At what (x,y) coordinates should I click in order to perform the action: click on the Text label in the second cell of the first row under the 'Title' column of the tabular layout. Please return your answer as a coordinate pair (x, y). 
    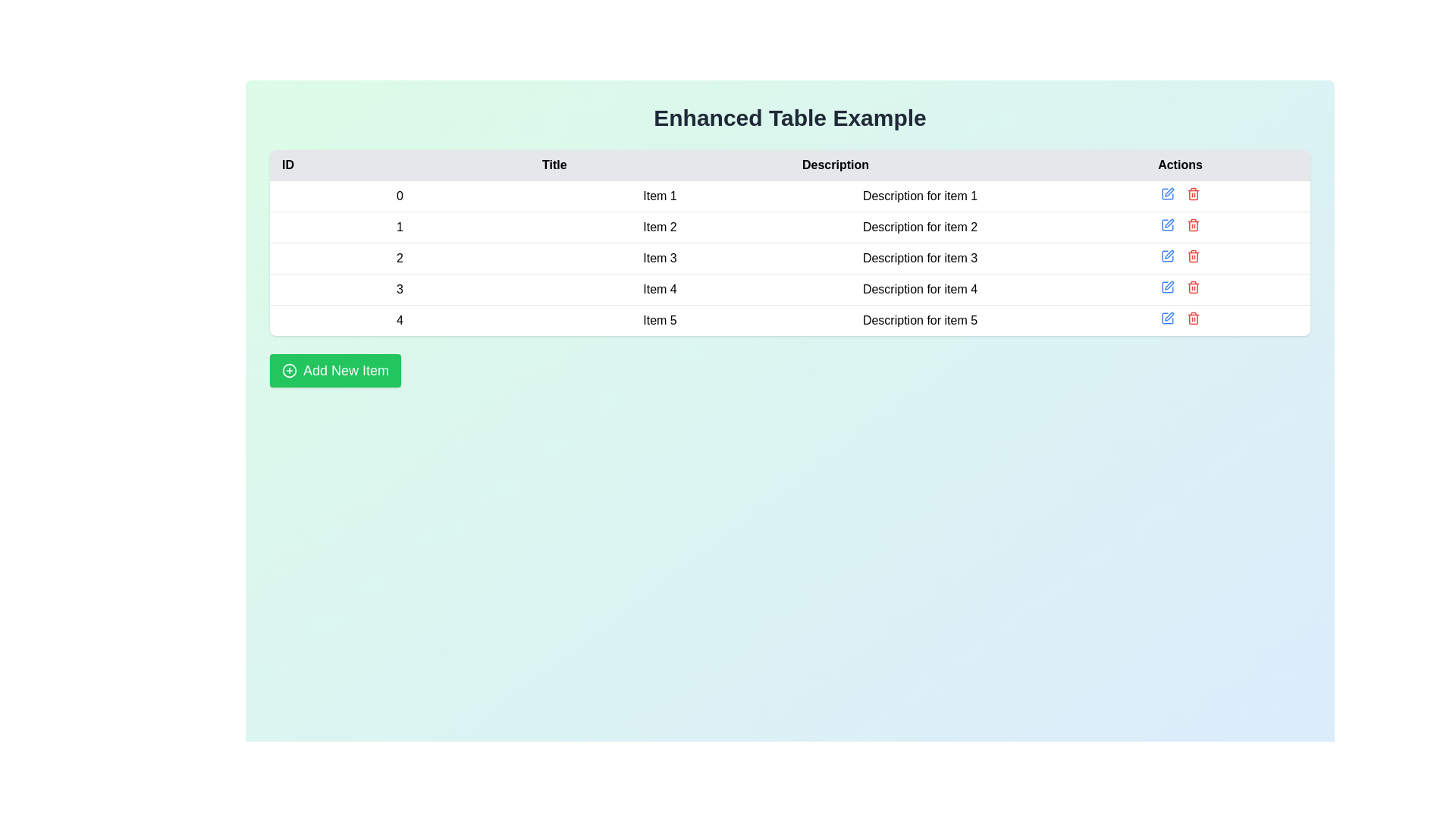
    Looking at the image, I should click on (660, 195).